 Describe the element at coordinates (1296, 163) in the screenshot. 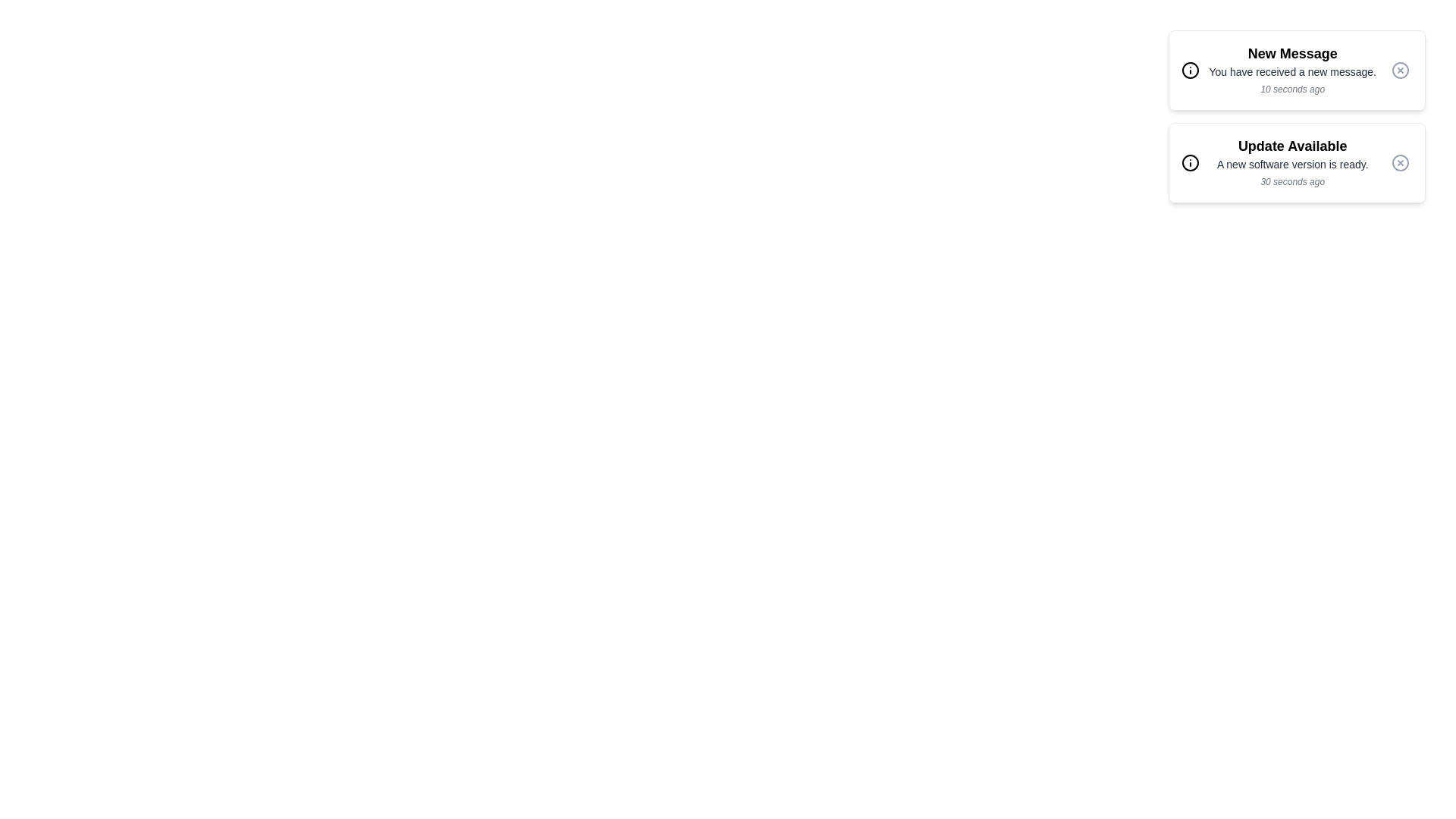

I see `the notification with title Update Available` at that location.